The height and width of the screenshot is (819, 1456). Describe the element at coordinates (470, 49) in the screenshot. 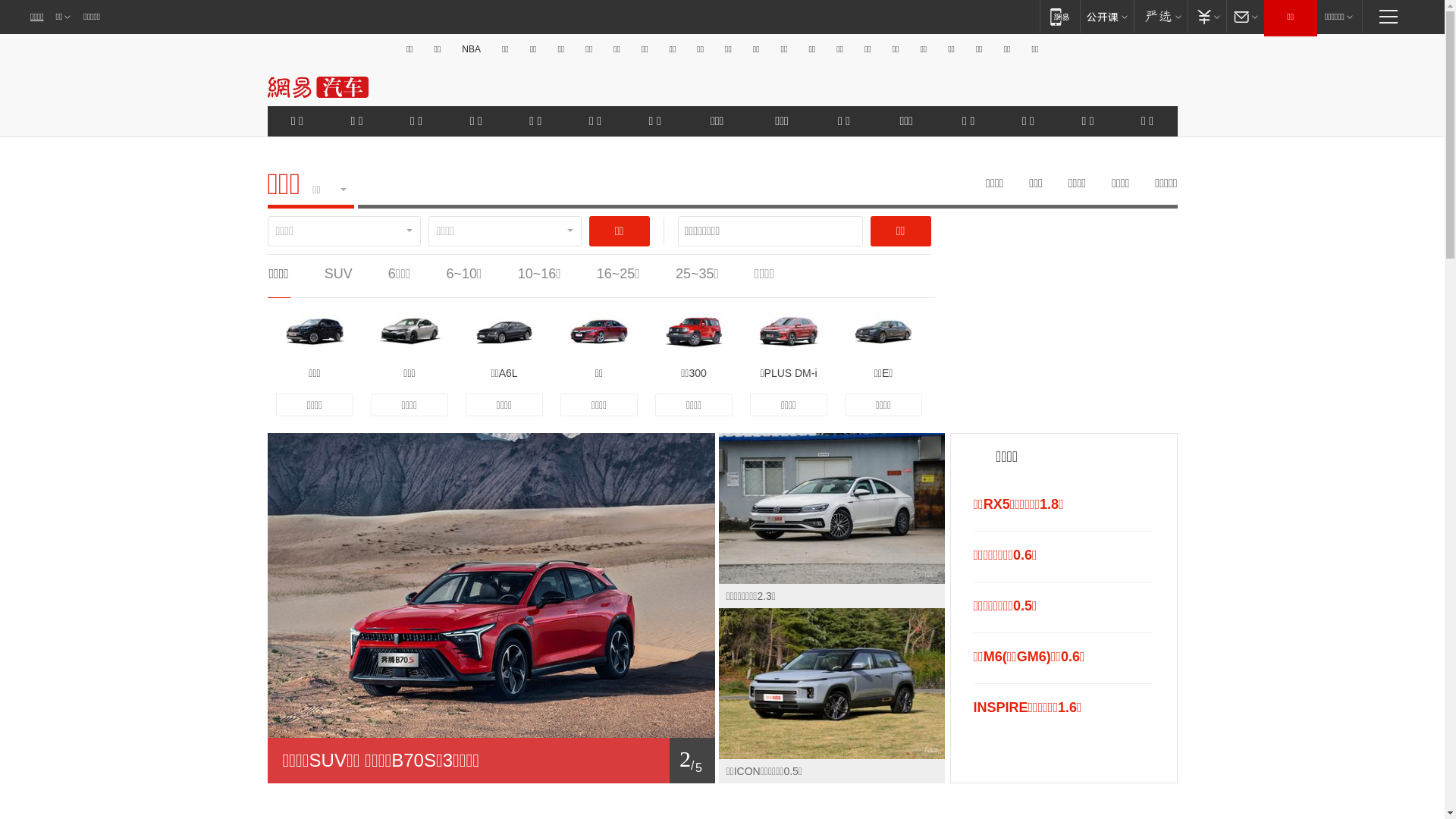

I see `'NBA'` at that location.